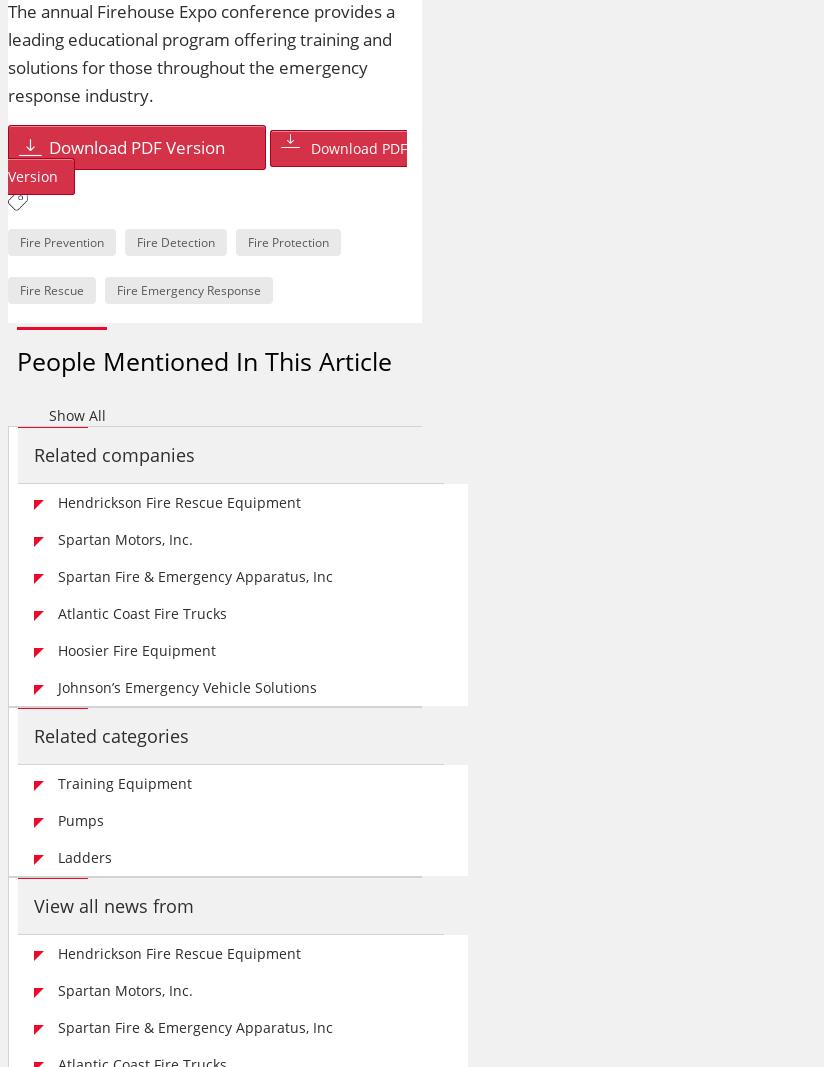  I want to click on 'Fire Emergency Response', so click(189, 290).